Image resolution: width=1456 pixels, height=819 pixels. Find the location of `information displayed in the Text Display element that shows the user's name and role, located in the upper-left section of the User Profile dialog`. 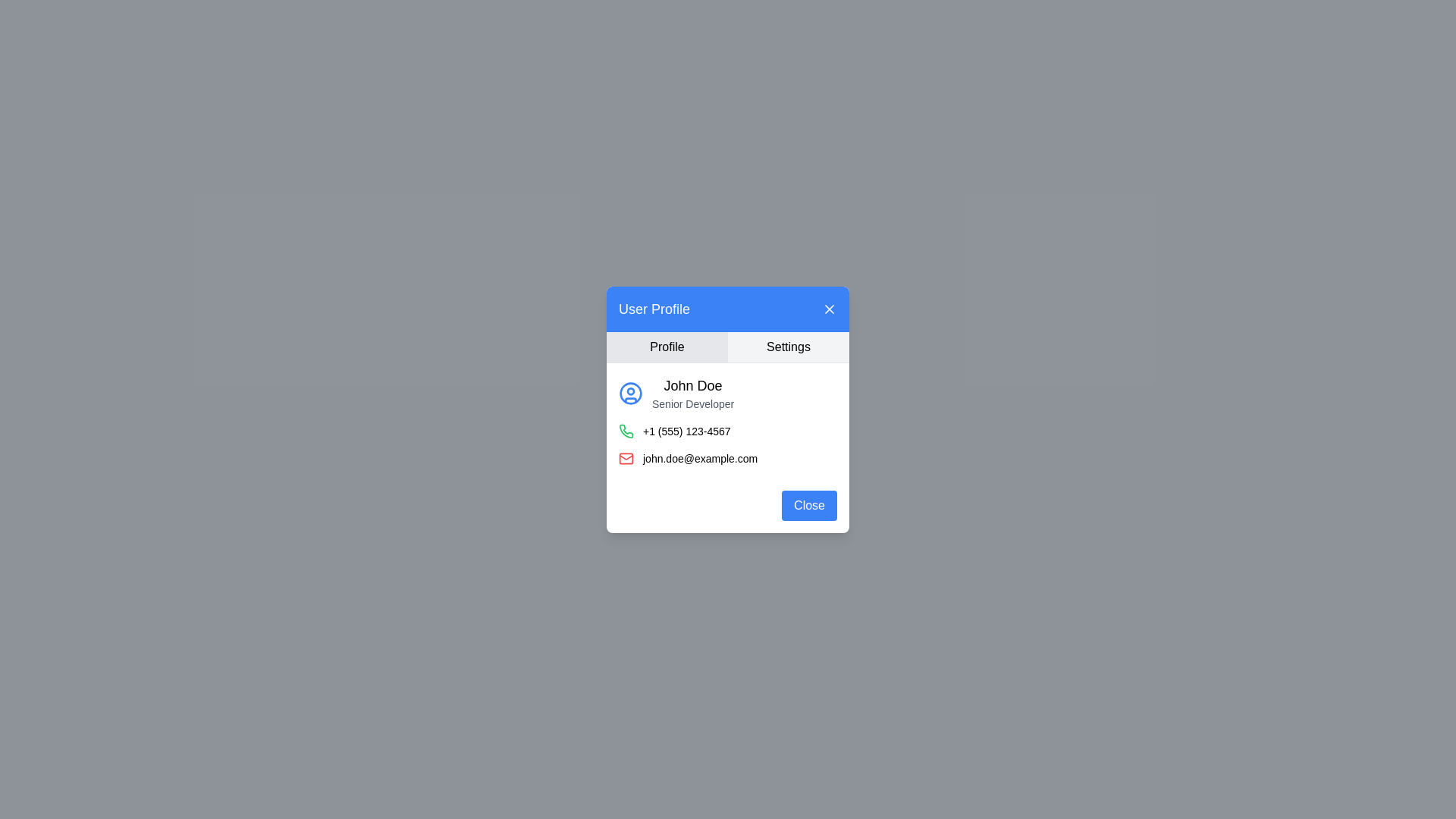

information displayed in the Text Display element that shows the user's name and role, located in the upper-left section of the User Profile dialog is located at coordinates (692, 392).